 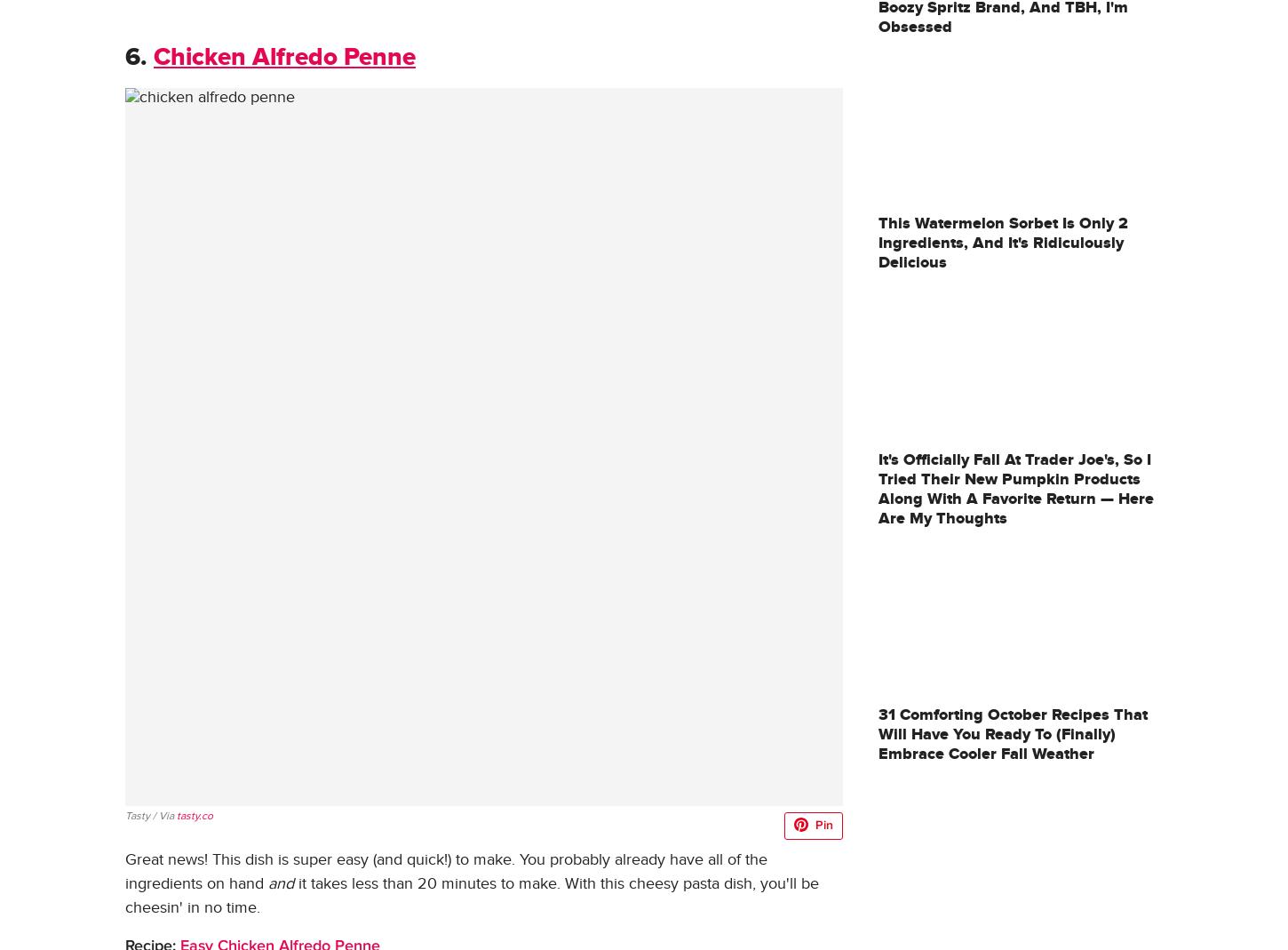 I want to click on 'Tasty / Via', so click(x=149, y=813).